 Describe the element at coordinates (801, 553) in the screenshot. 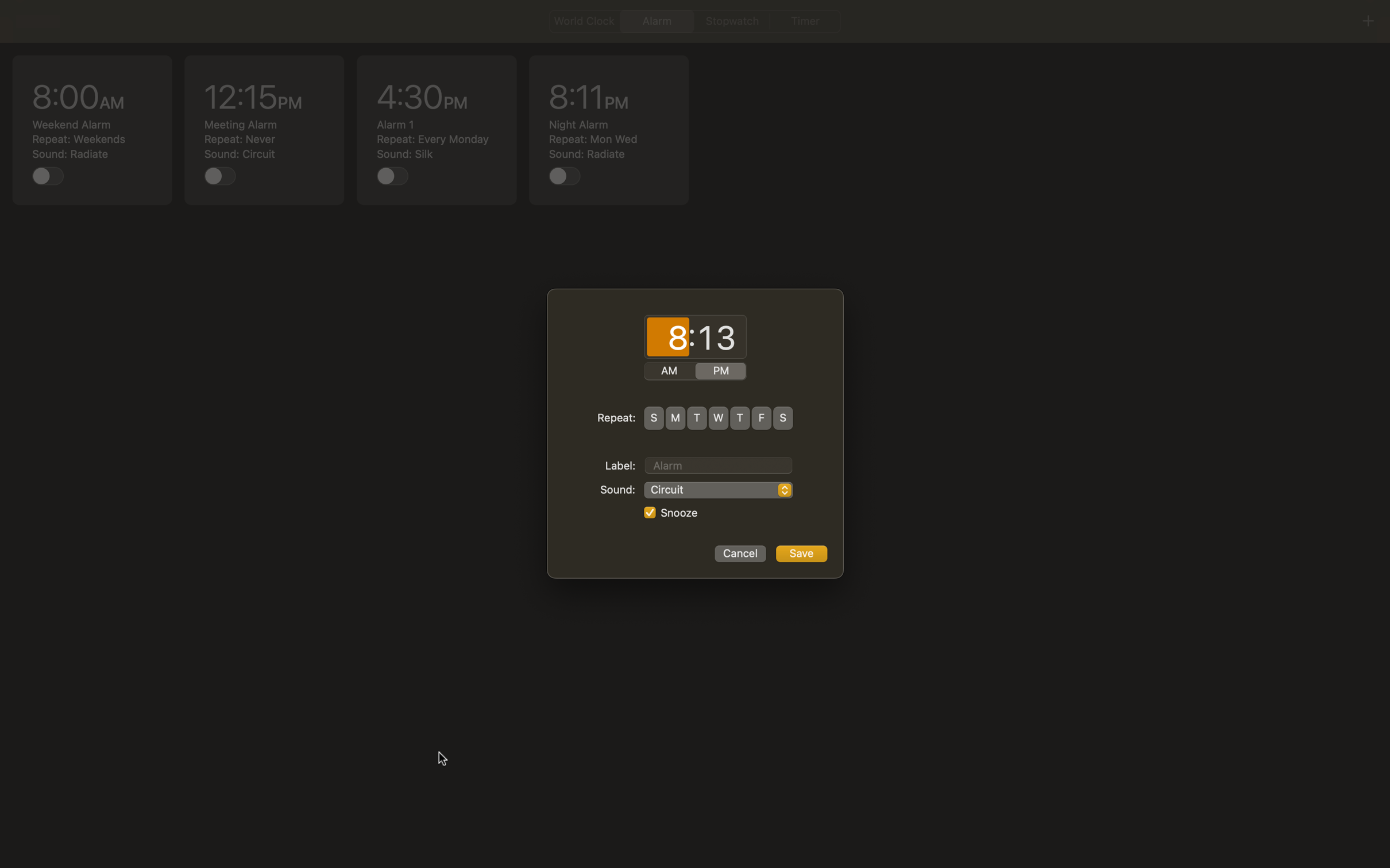

I see `Save alarm` at that location.